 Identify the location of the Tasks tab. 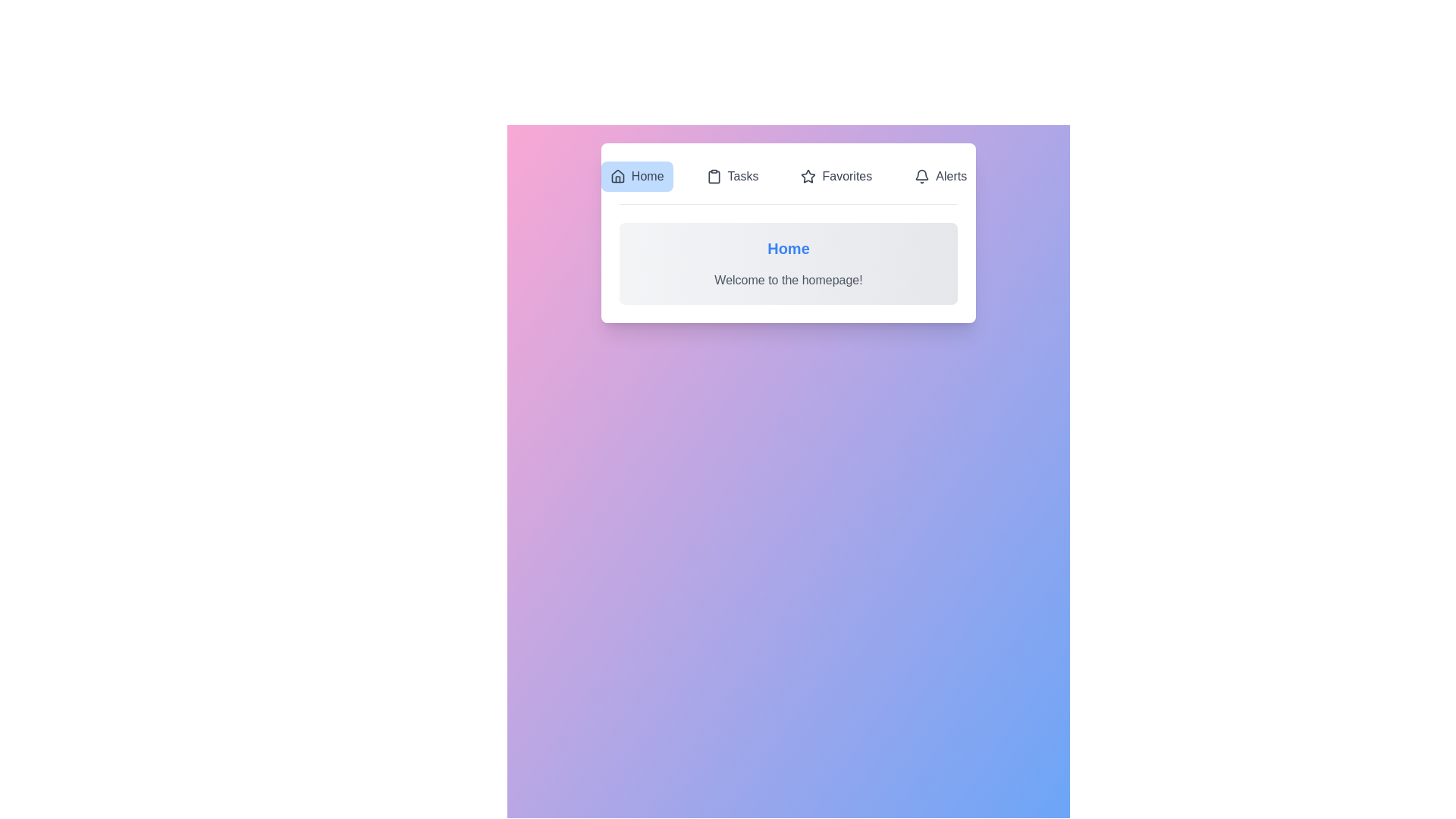
(732, 175).